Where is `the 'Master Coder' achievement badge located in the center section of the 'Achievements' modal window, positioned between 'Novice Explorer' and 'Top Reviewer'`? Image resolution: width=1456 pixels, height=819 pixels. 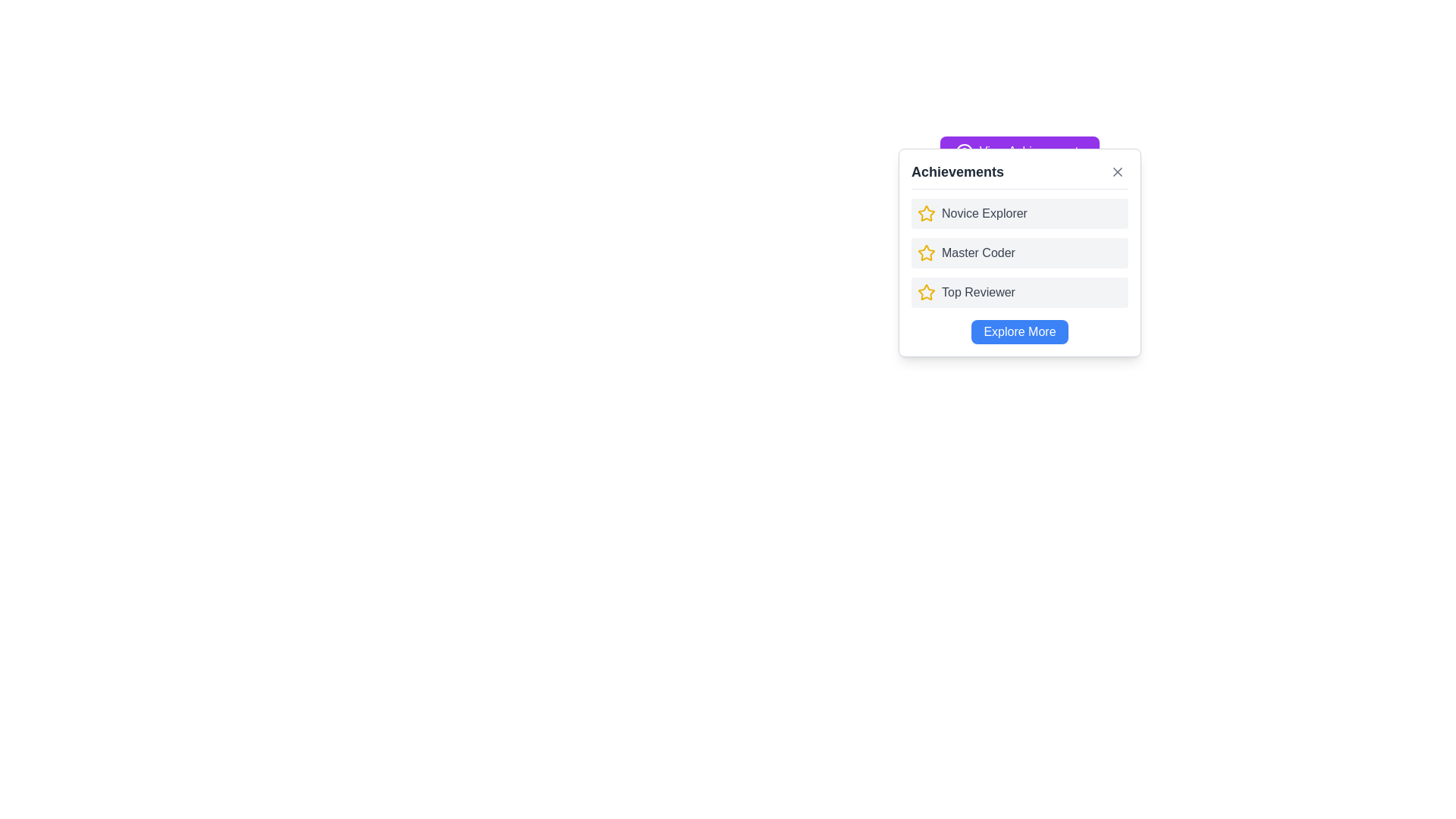
the 'Master Coder' achievement badge located in the center section of the 'Achievements' modal window, positioned between 'Novice Explorer' and 'Top Reviewer' is located at coordinates (1019, 253).